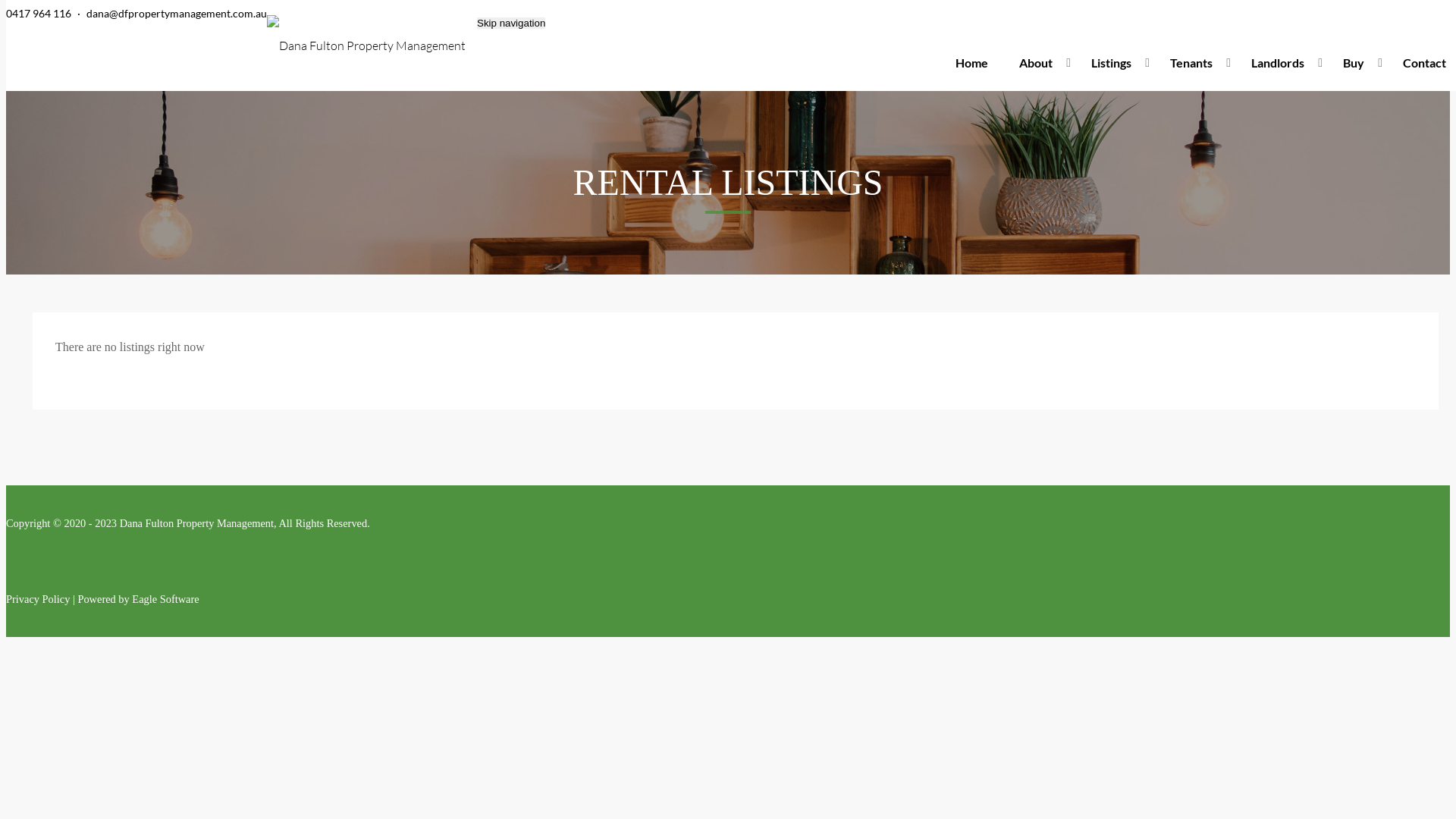 Image resolution: width=1456 pixels, height=819 pixels. Describe the element at coordinates (39, 13) in the screenshot. I see `'0417 964 116'` at that location.